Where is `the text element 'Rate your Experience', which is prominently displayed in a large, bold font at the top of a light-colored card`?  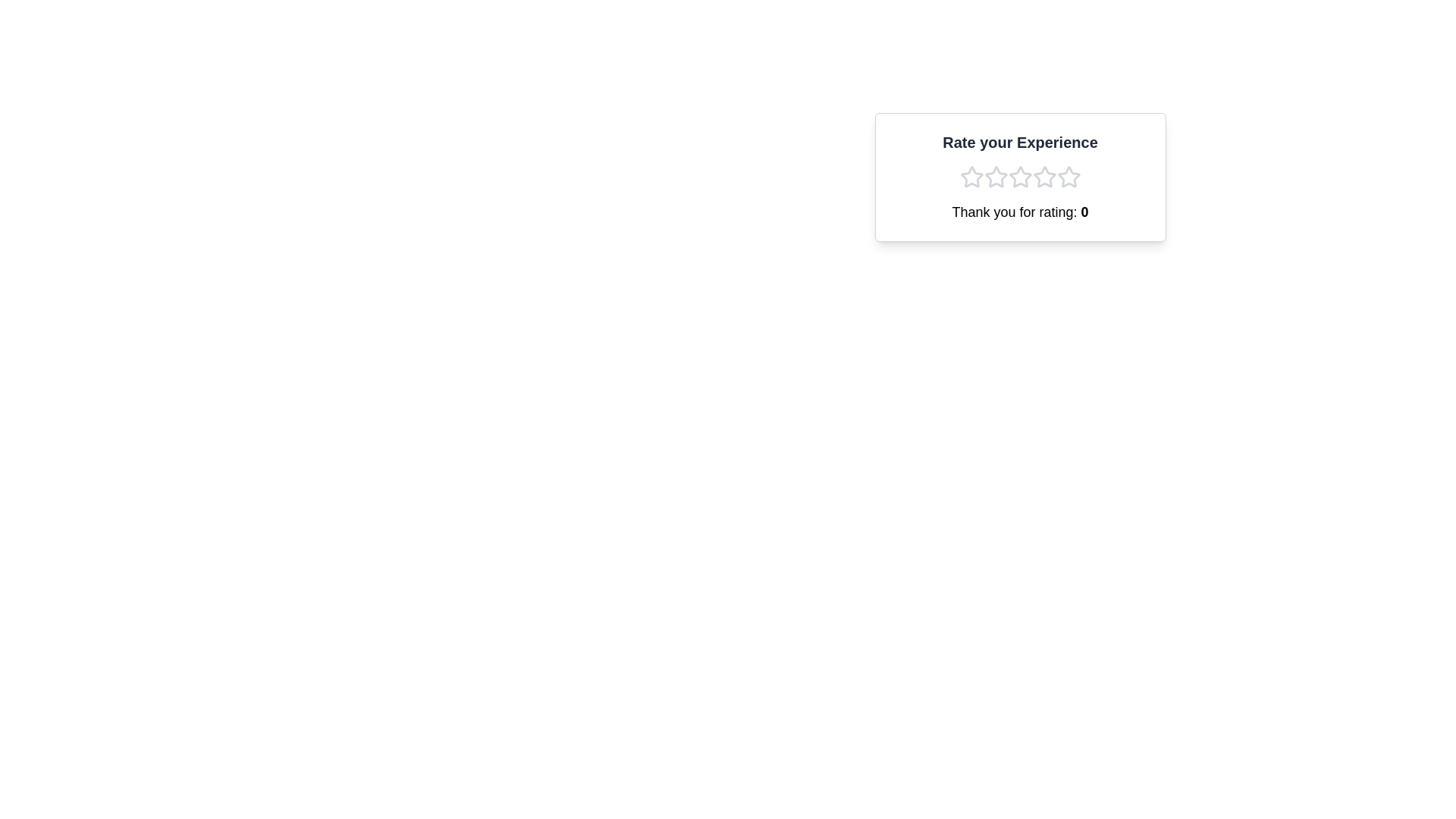
the text element 'Rate your Experience', which is prominently displayed in a large, bold font at the top of a light-colored card is located at coordinates (1020, 143).